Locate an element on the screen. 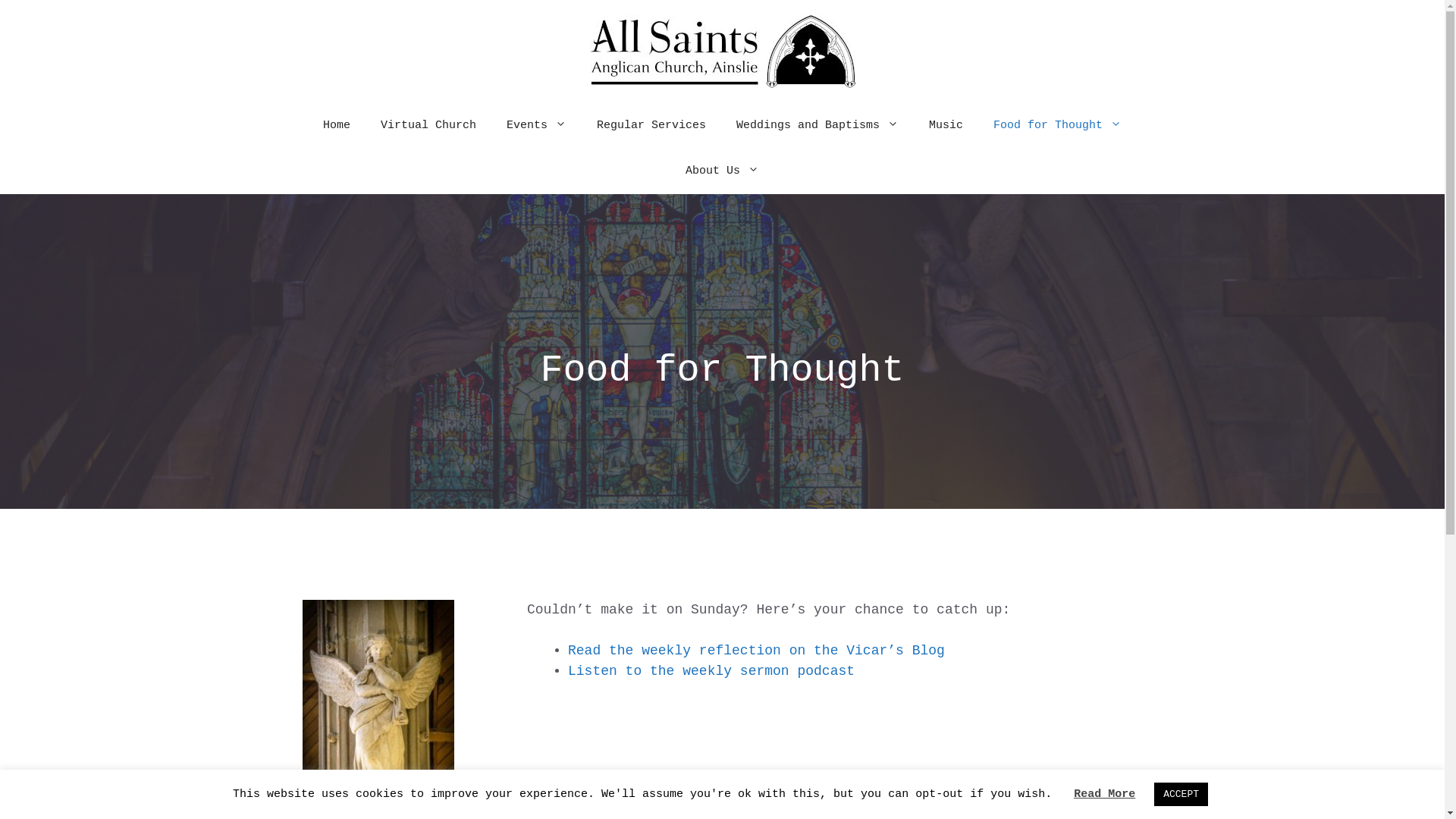  'ACCEPT' is located at coordinates (1153, 793).